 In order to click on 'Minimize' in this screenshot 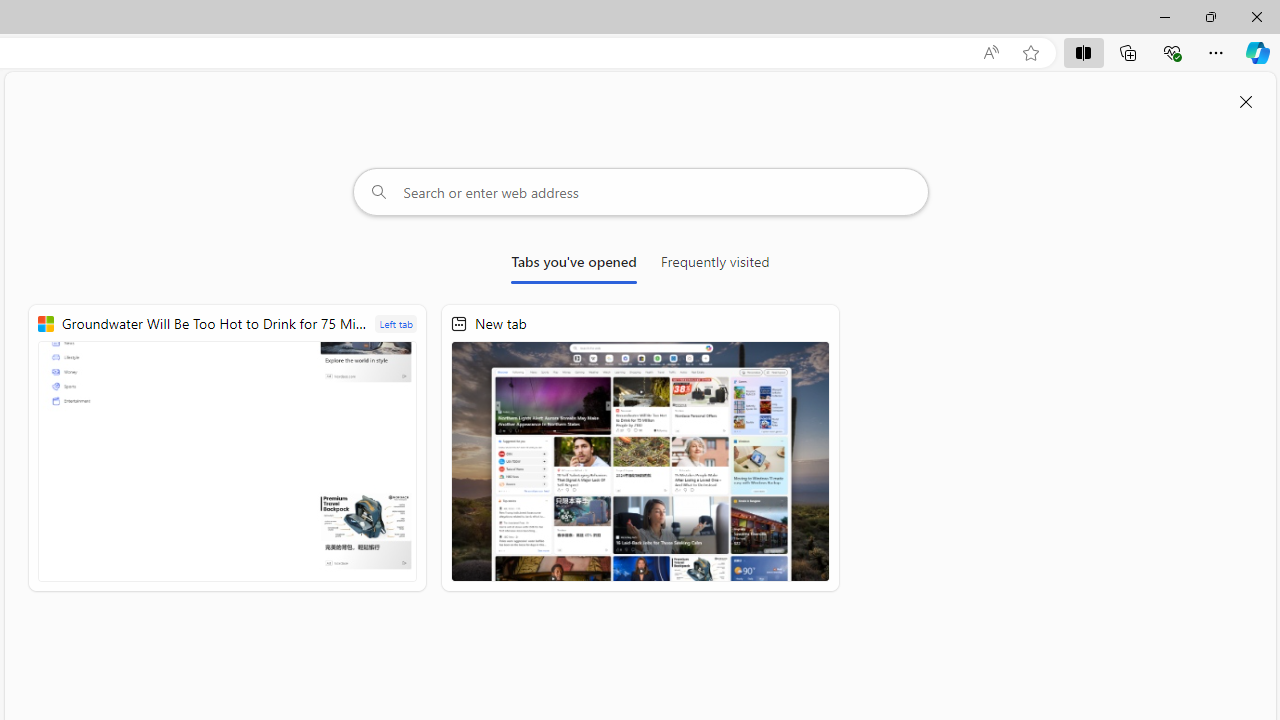, I will do `click(1164, 16)`.